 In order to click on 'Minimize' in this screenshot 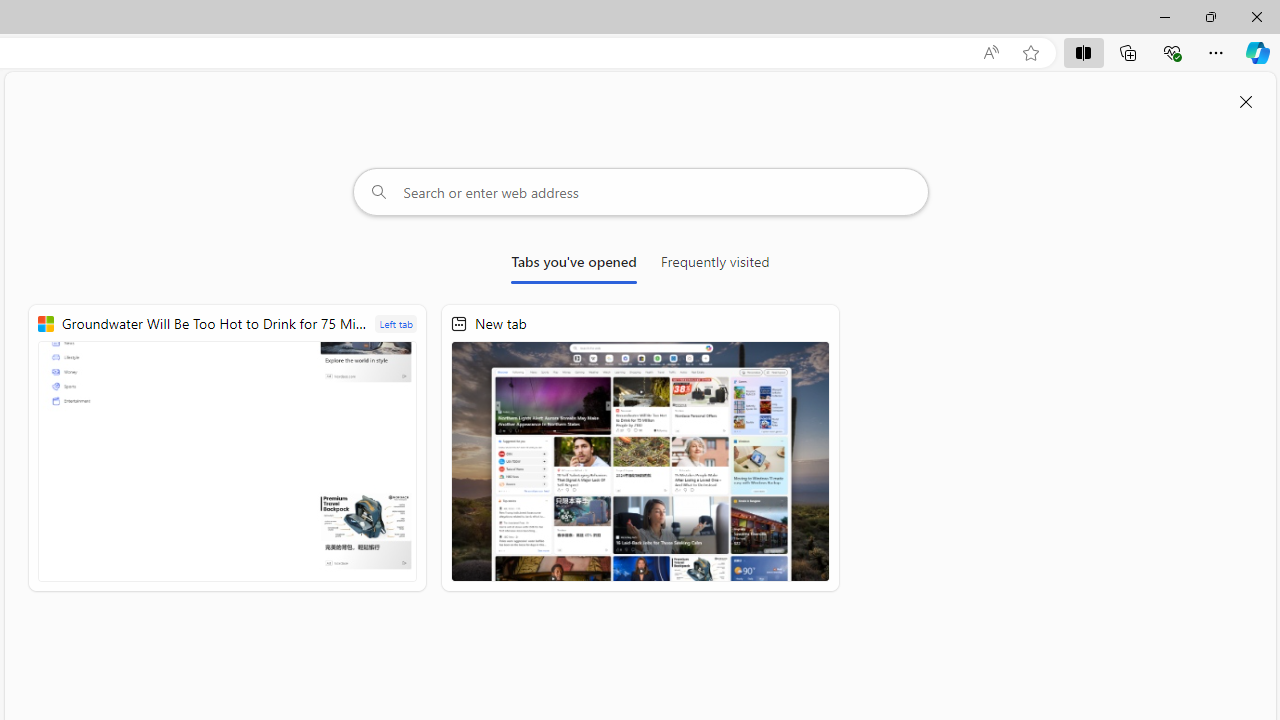, I will do `click(1164, 16)`.